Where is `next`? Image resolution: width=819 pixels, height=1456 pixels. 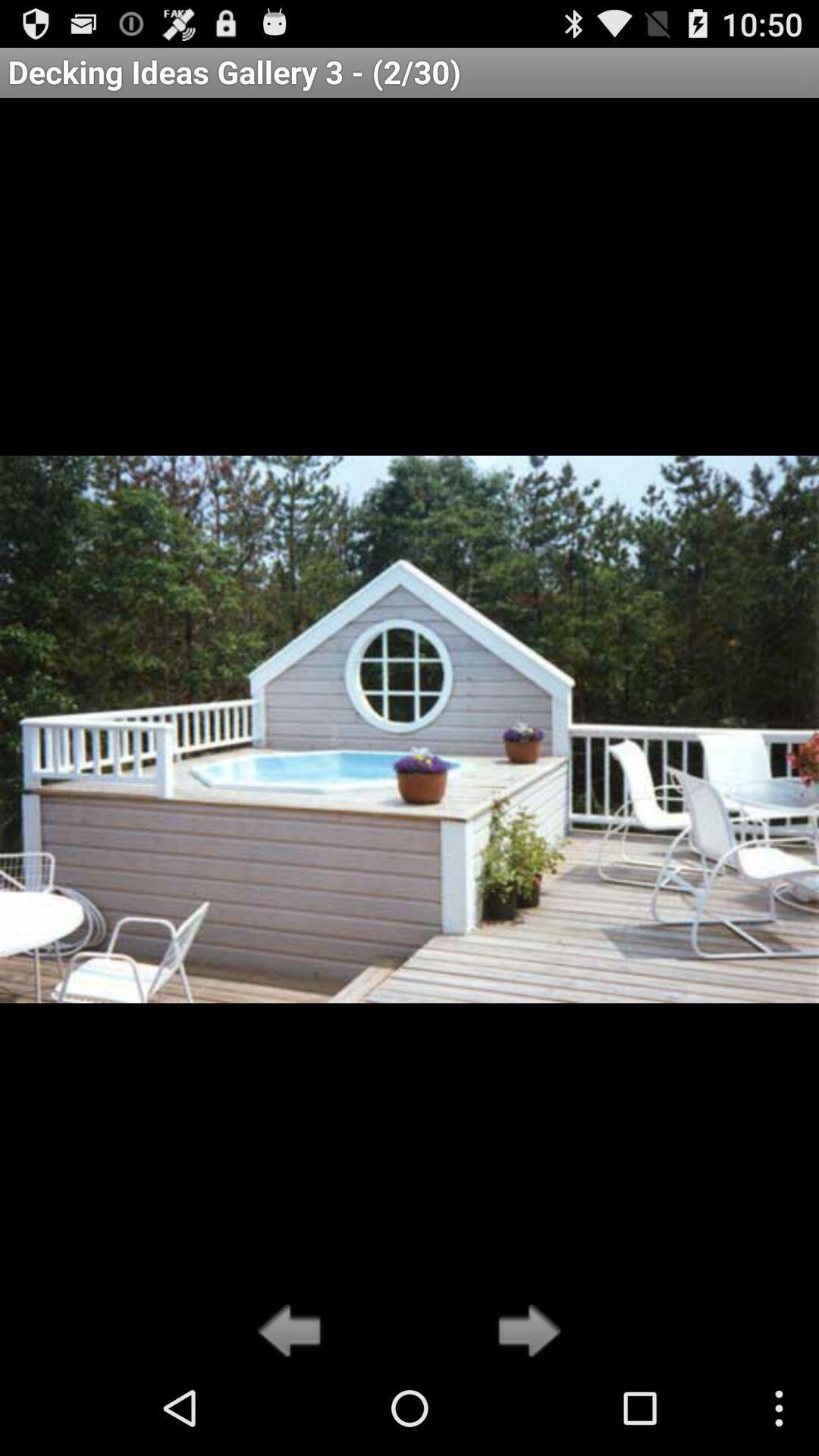 next is located at coordinates (524, 1332).